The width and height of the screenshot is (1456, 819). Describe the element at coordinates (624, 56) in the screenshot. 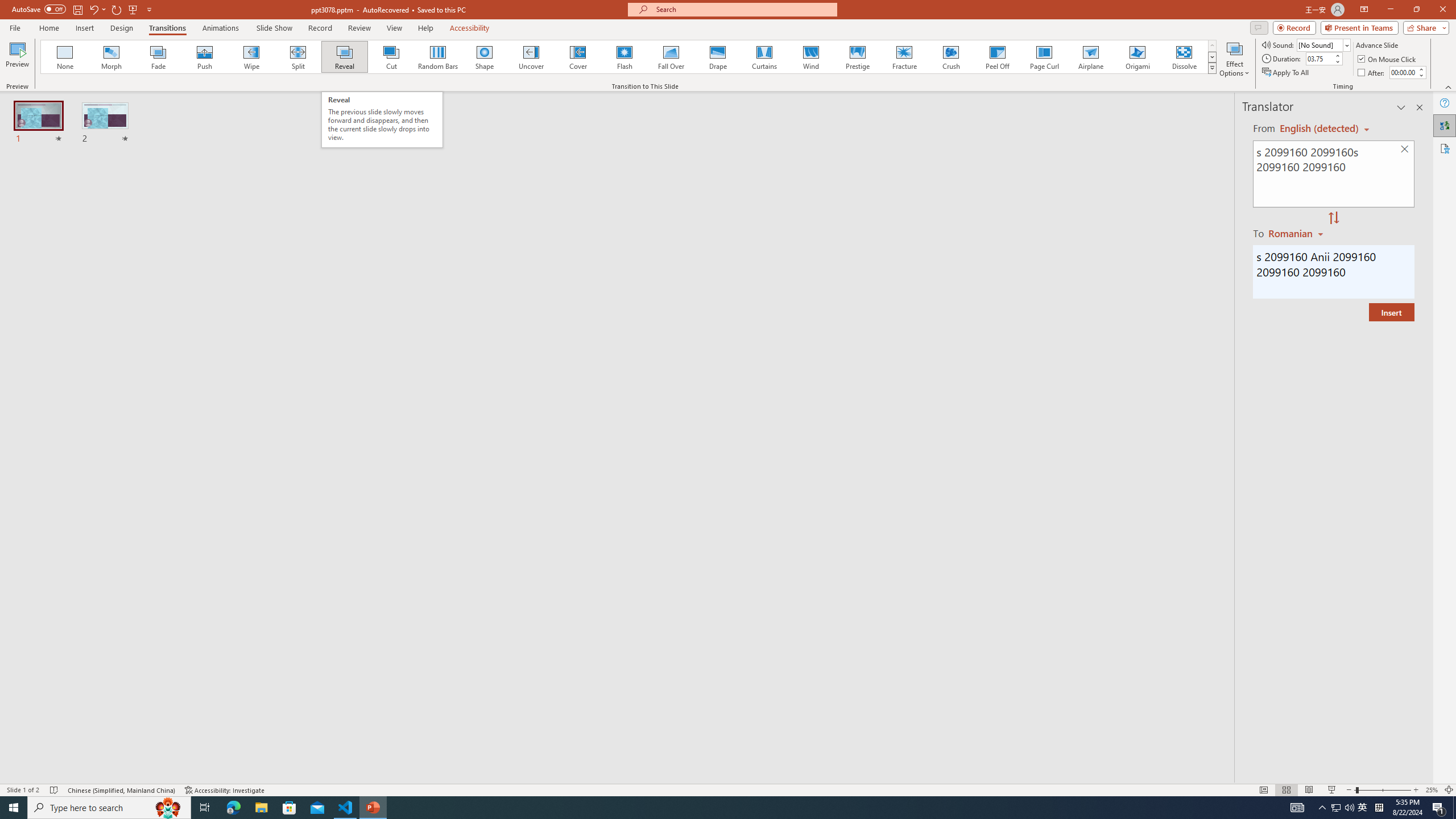

I see `'Flash'` at that location.